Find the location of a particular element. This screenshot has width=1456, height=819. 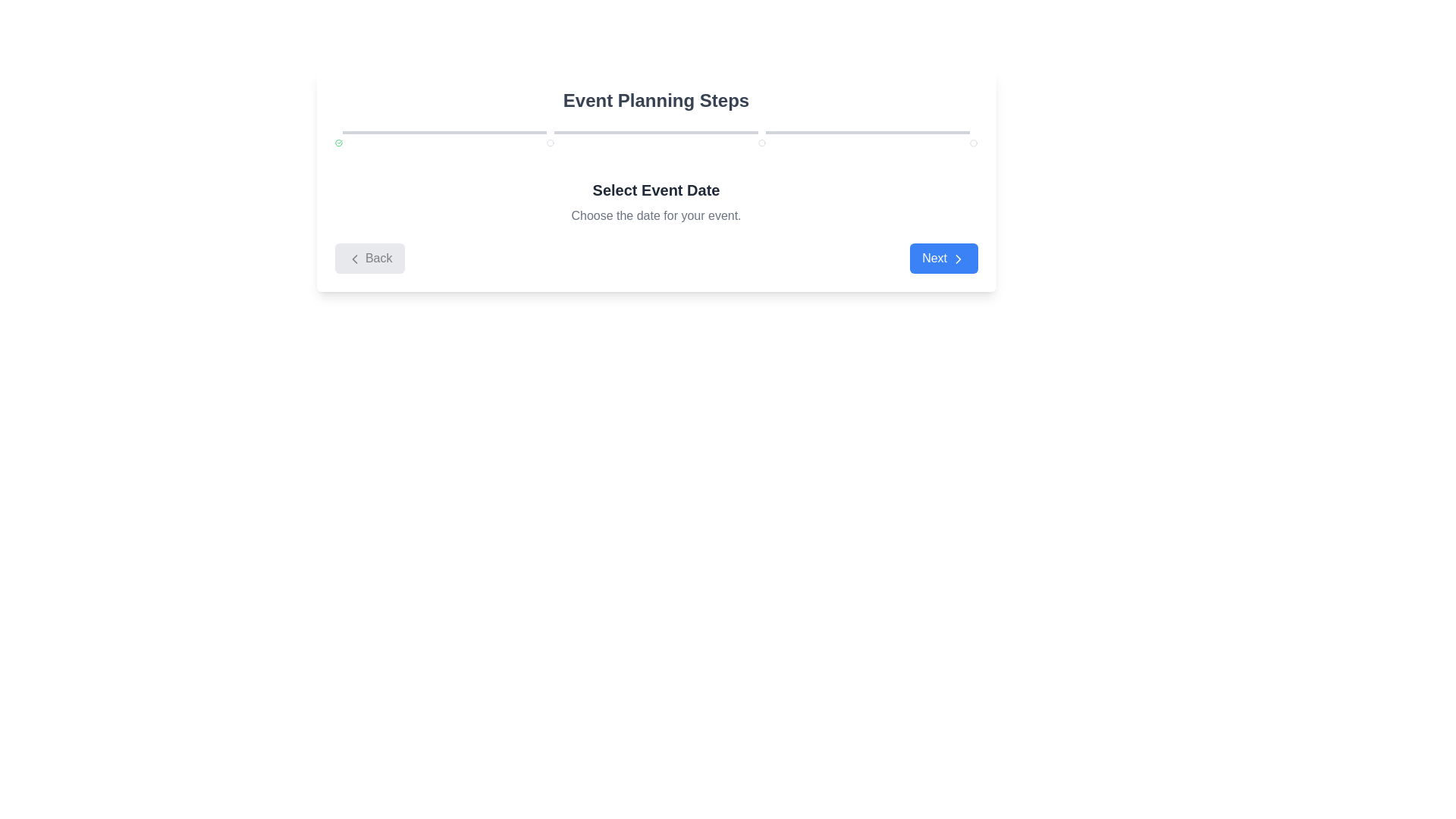

instructions provided in the composite card UI component that guides the user through the multi-step event planning process, specifically focusing on the current step of selecting a date is located at coordinates (656, 180).